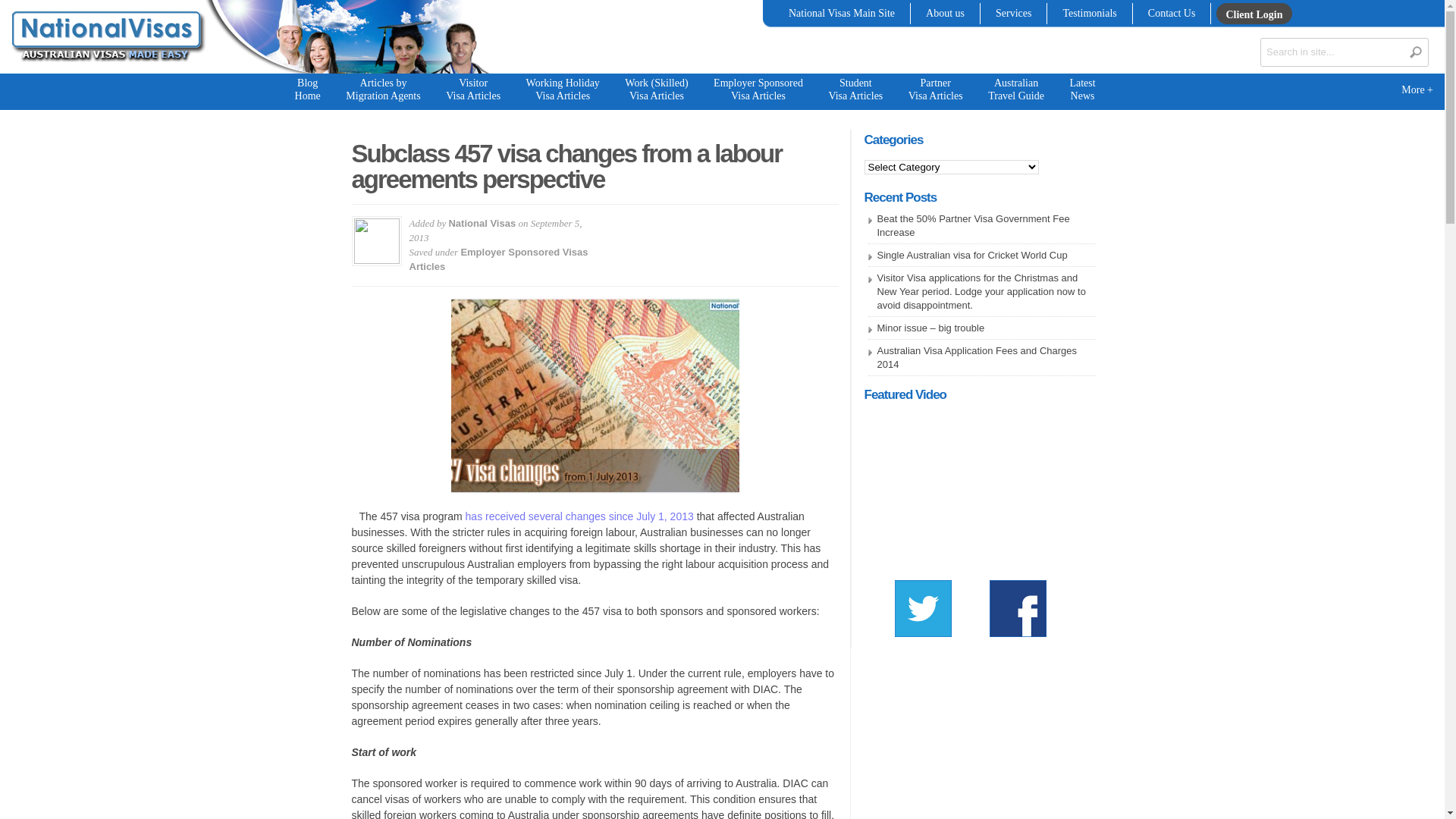  What do you see at coordinates (481, 223) in the screenshot?
I see `'National Visas'` at bounding box center [481, 223].